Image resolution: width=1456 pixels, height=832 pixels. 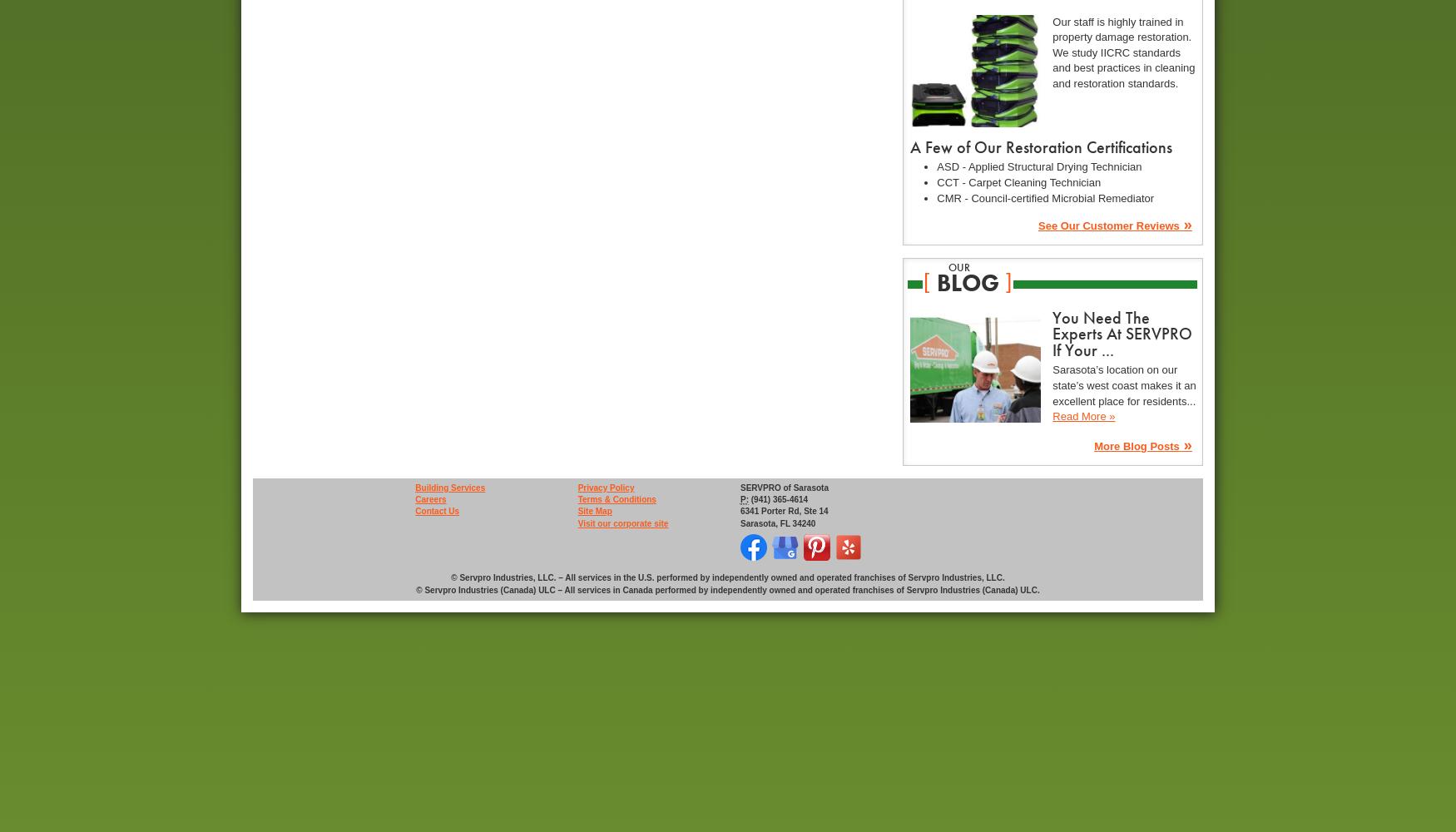 I want to click on 'You Need The Experts At SERVPRO If Your ...', so click(x=1052, y=334).